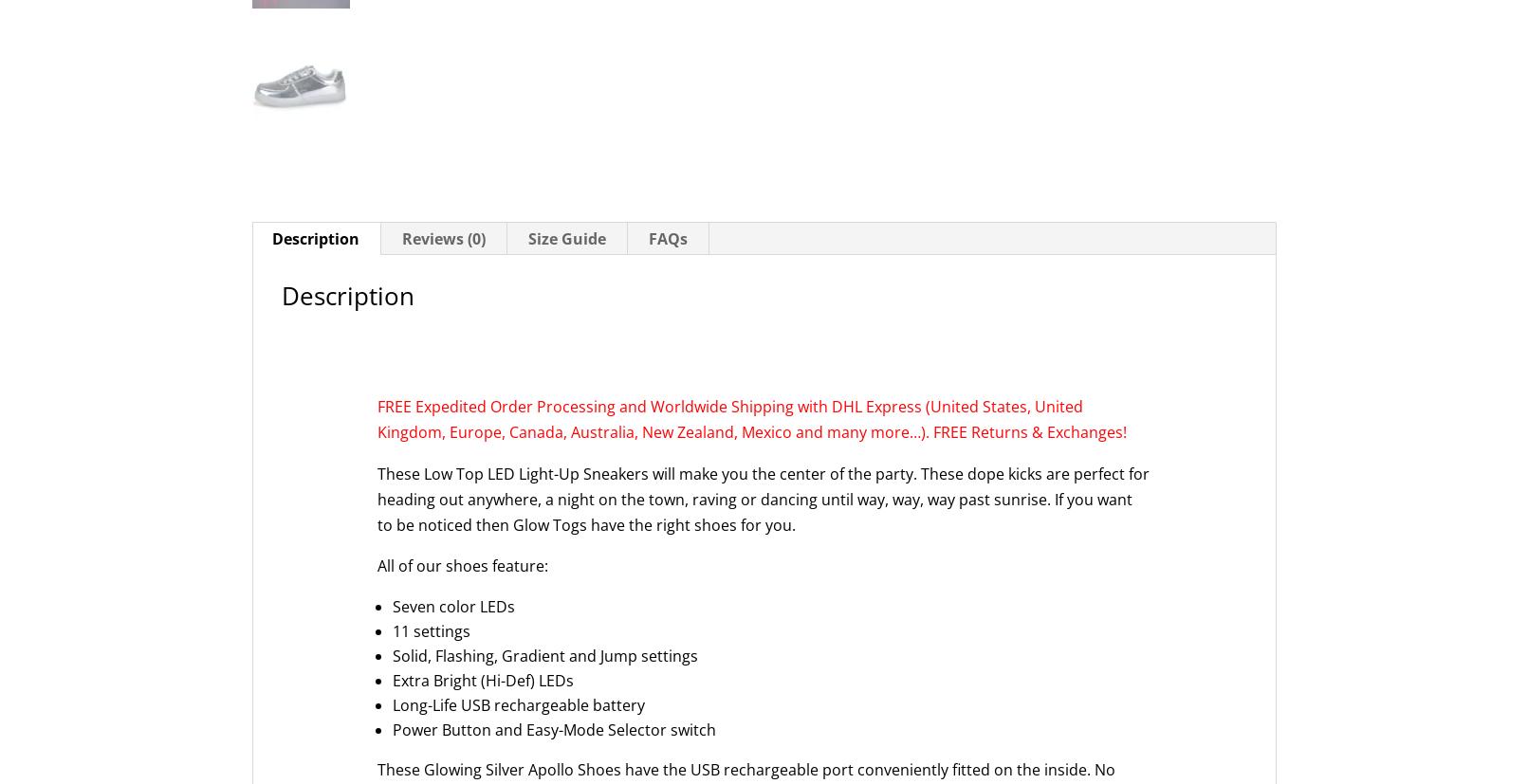 The width and height of the screenshot is (1528, 784). Describe the element at coordinates (452, 607) in the screenshot. I see `'Seven color LEDs'` at that location.